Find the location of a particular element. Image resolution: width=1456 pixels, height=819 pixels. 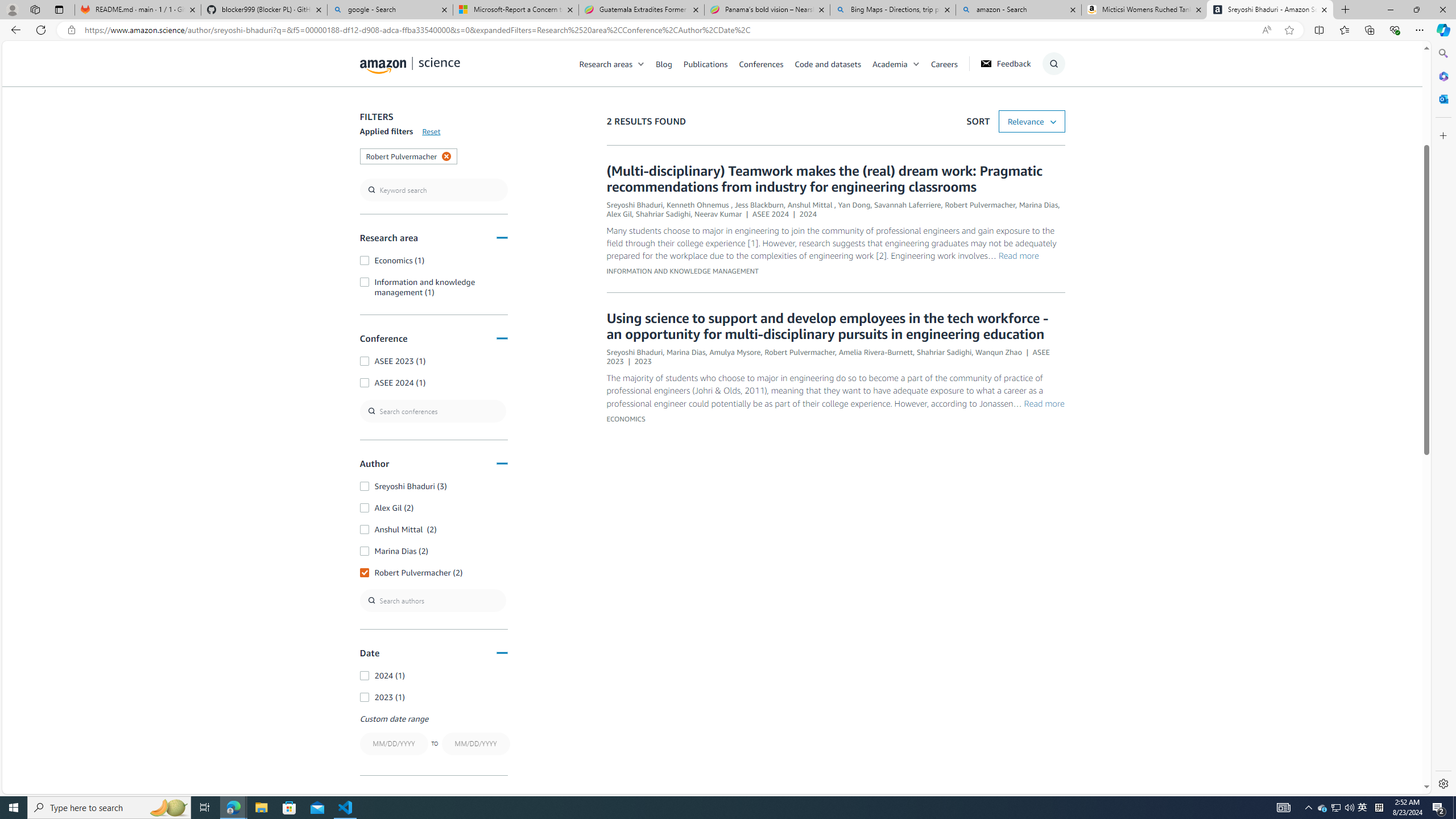

'Class: chevron' is located at coordinates (916, 66).